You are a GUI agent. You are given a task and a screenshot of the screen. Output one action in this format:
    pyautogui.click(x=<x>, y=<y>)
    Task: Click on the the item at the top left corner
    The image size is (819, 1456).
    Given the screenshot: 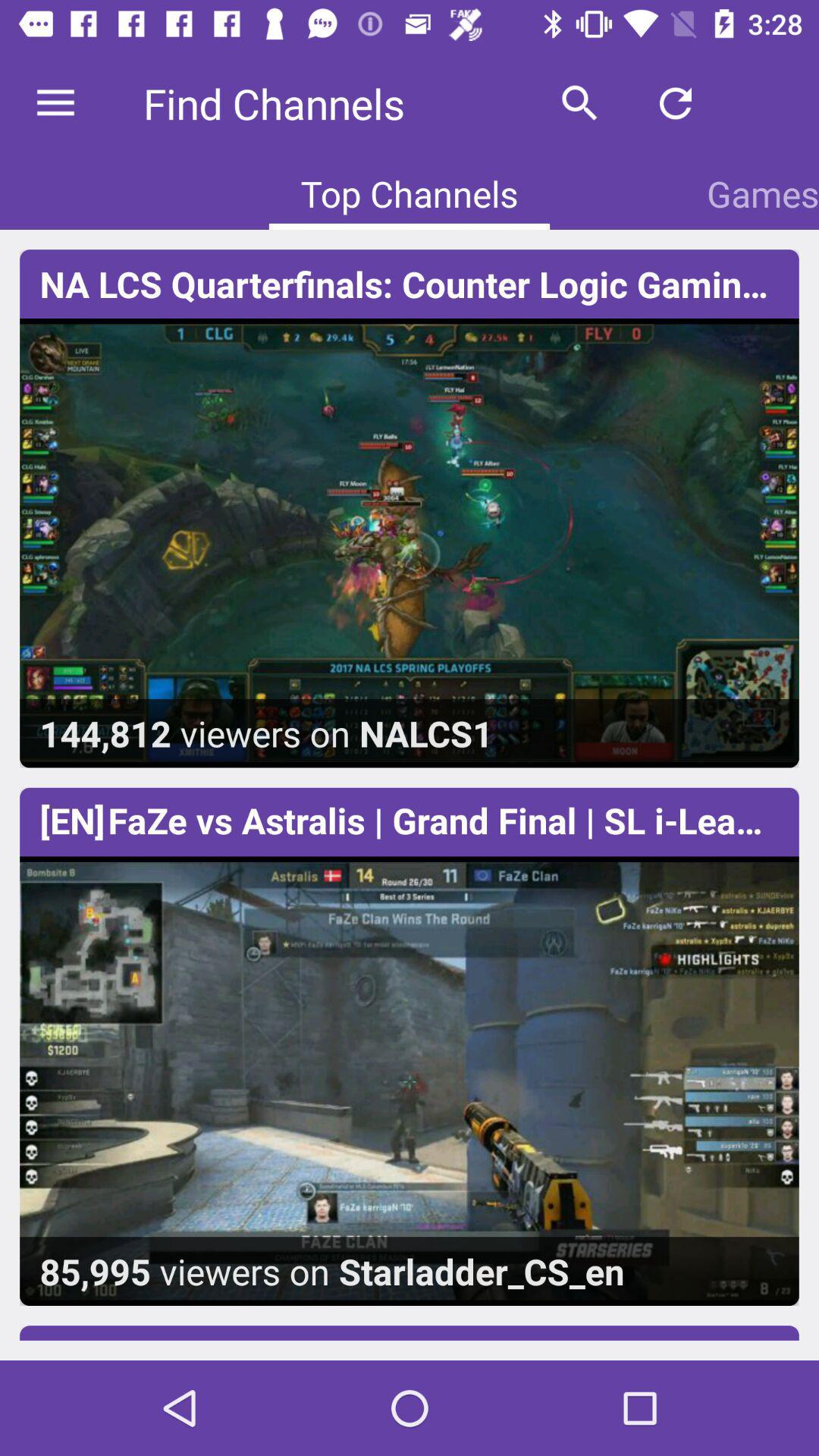 What is the action you would take?
    pyautogui.click(x=55, y=102)
    